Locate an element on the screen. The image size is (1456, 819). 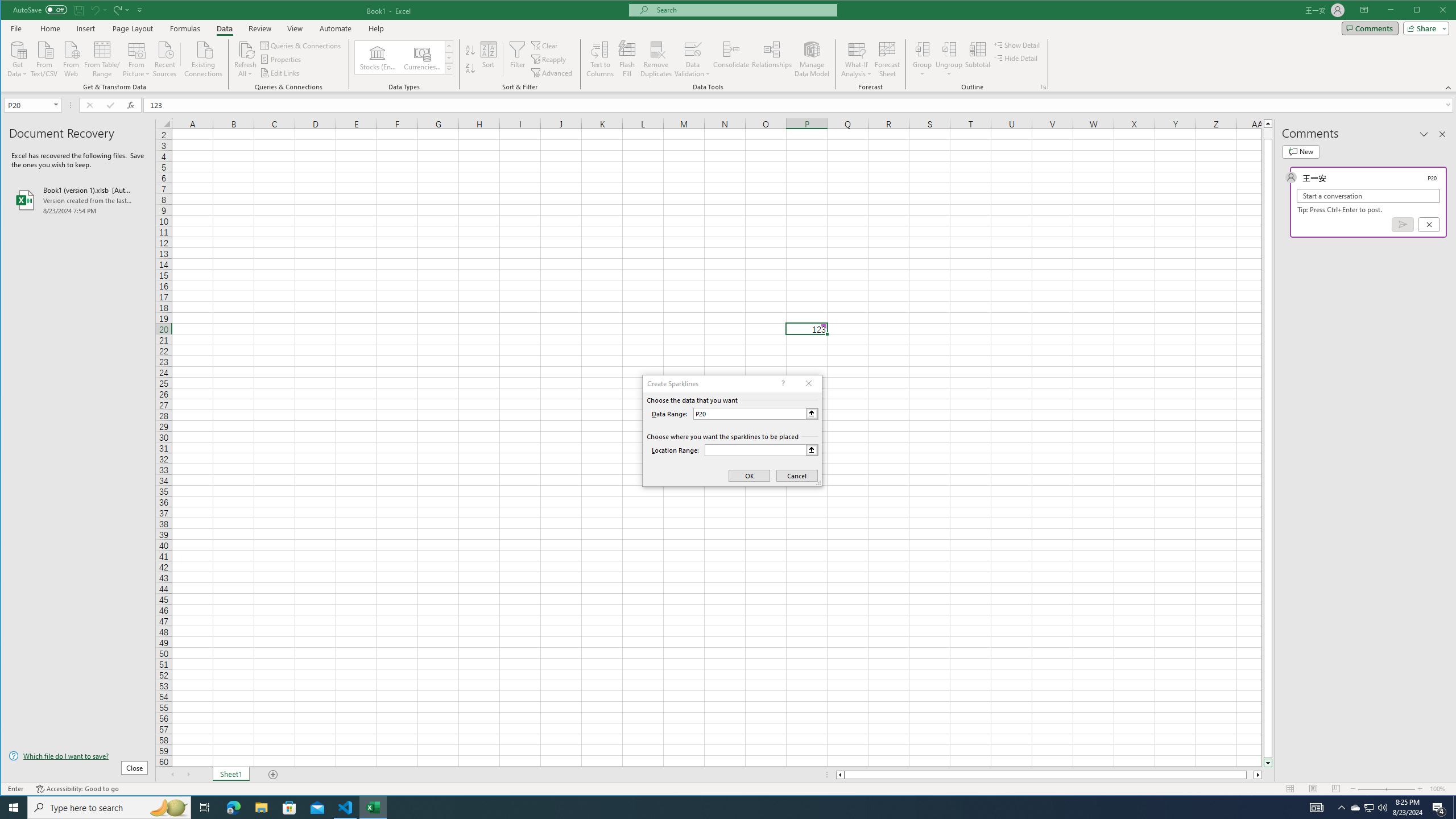
'Page up' is located at coordinates (1268, 133).